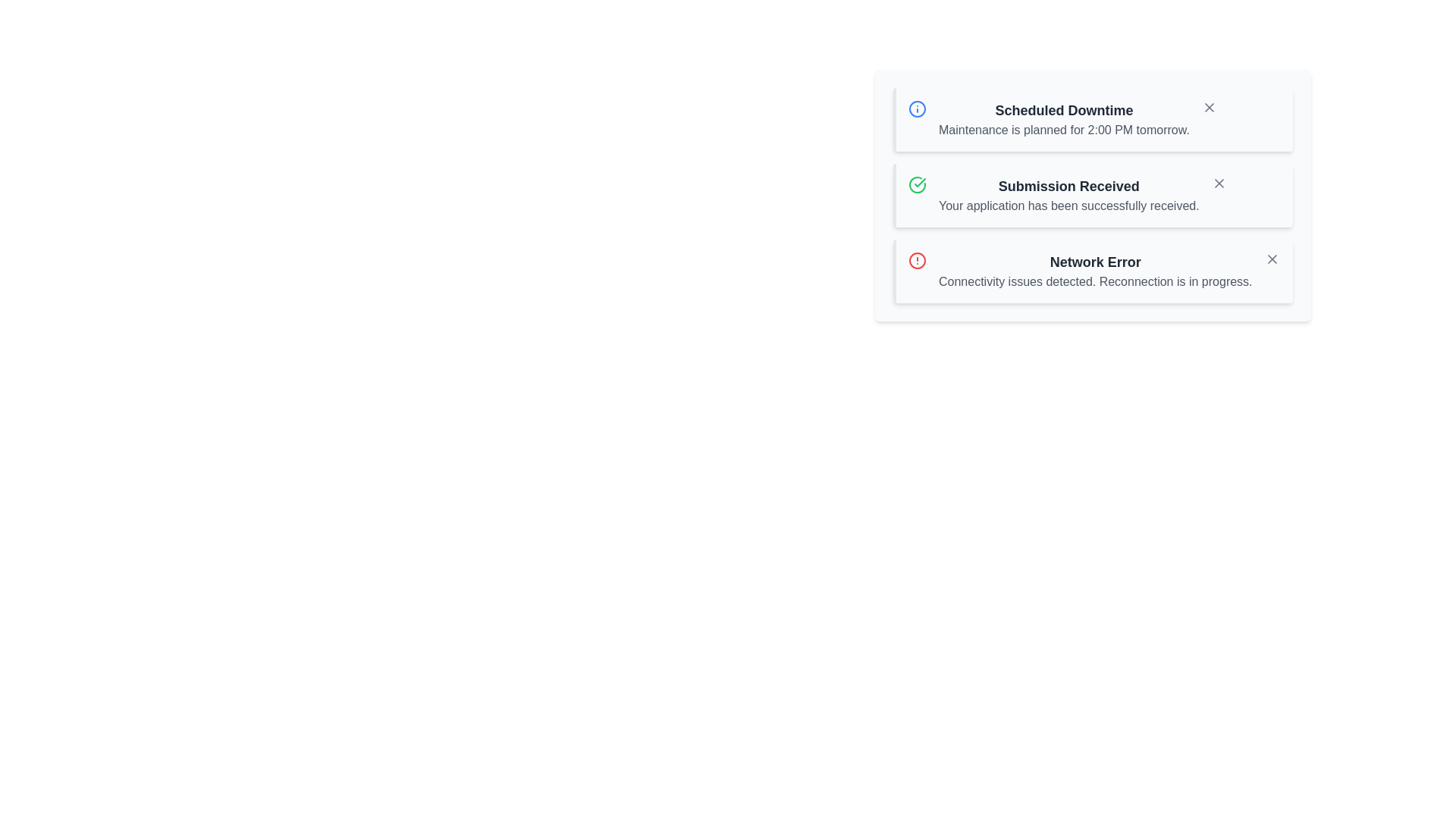 This screenshot has height=819, width=1456. I want to click on the close button located at the rightmost side of the 'Scheduled Downtime' notification, so click(1208, 107).